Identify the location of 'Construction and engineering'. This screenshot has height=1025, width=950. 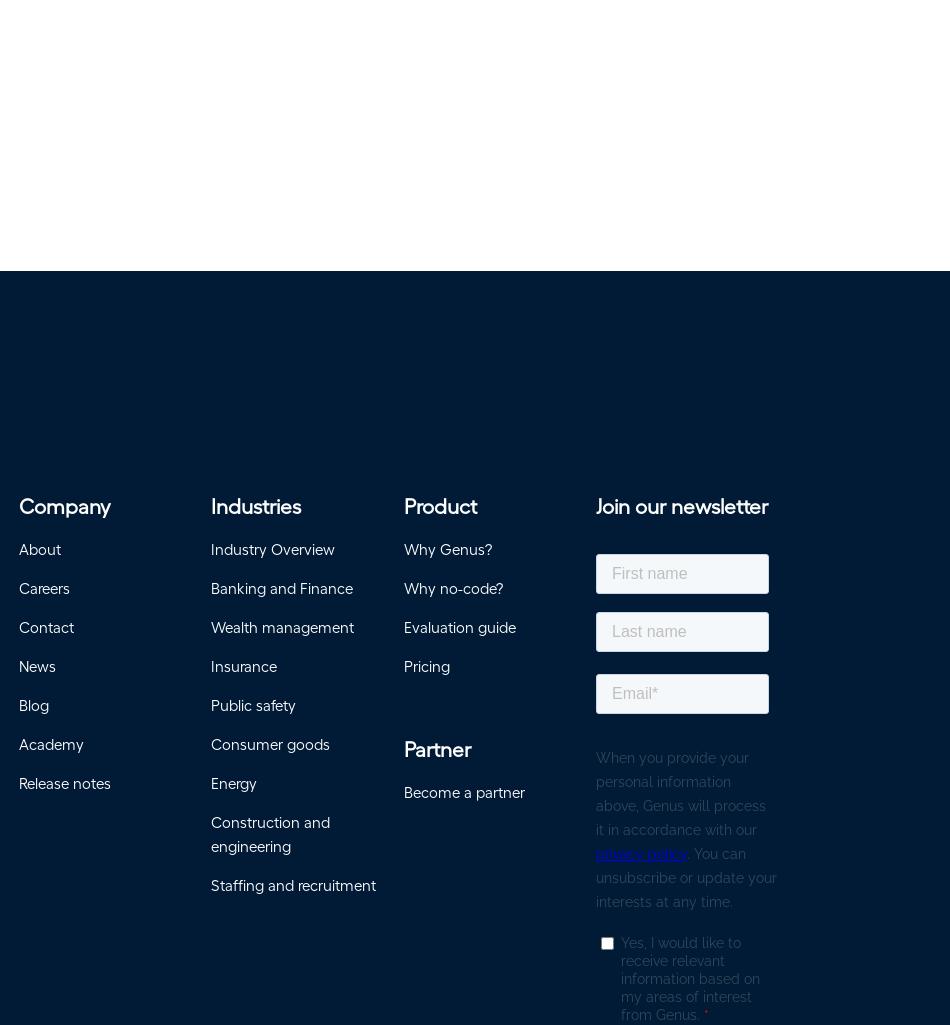
(269, 841).